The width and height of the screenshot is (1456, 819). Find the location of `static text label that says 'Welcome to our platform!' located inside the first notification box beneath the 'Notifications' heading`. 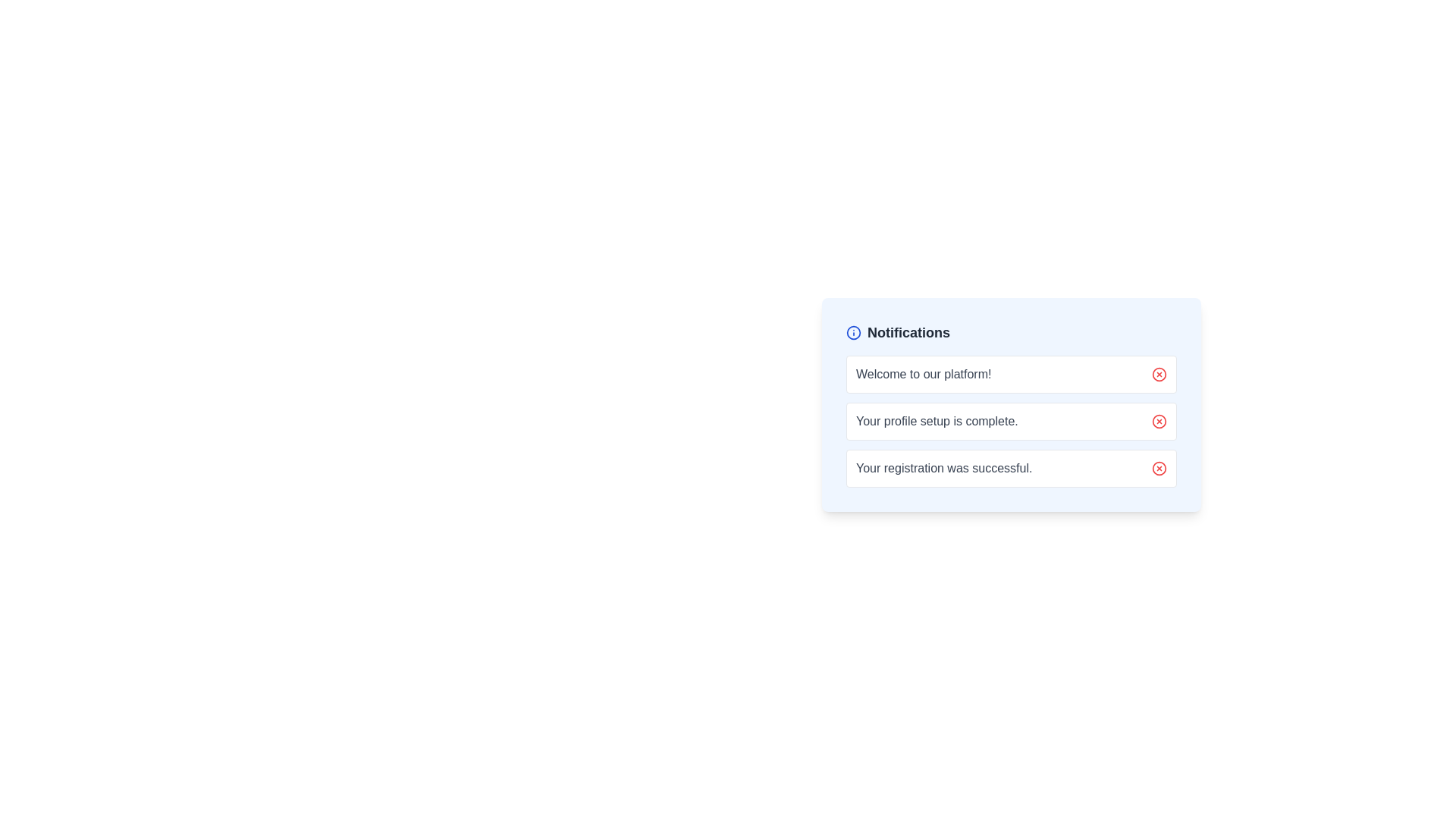

static text label that says 'Welcome to our platform!' located inside the first notification box beneath the 'Notifications' heading is located at coordinates (923, 374).